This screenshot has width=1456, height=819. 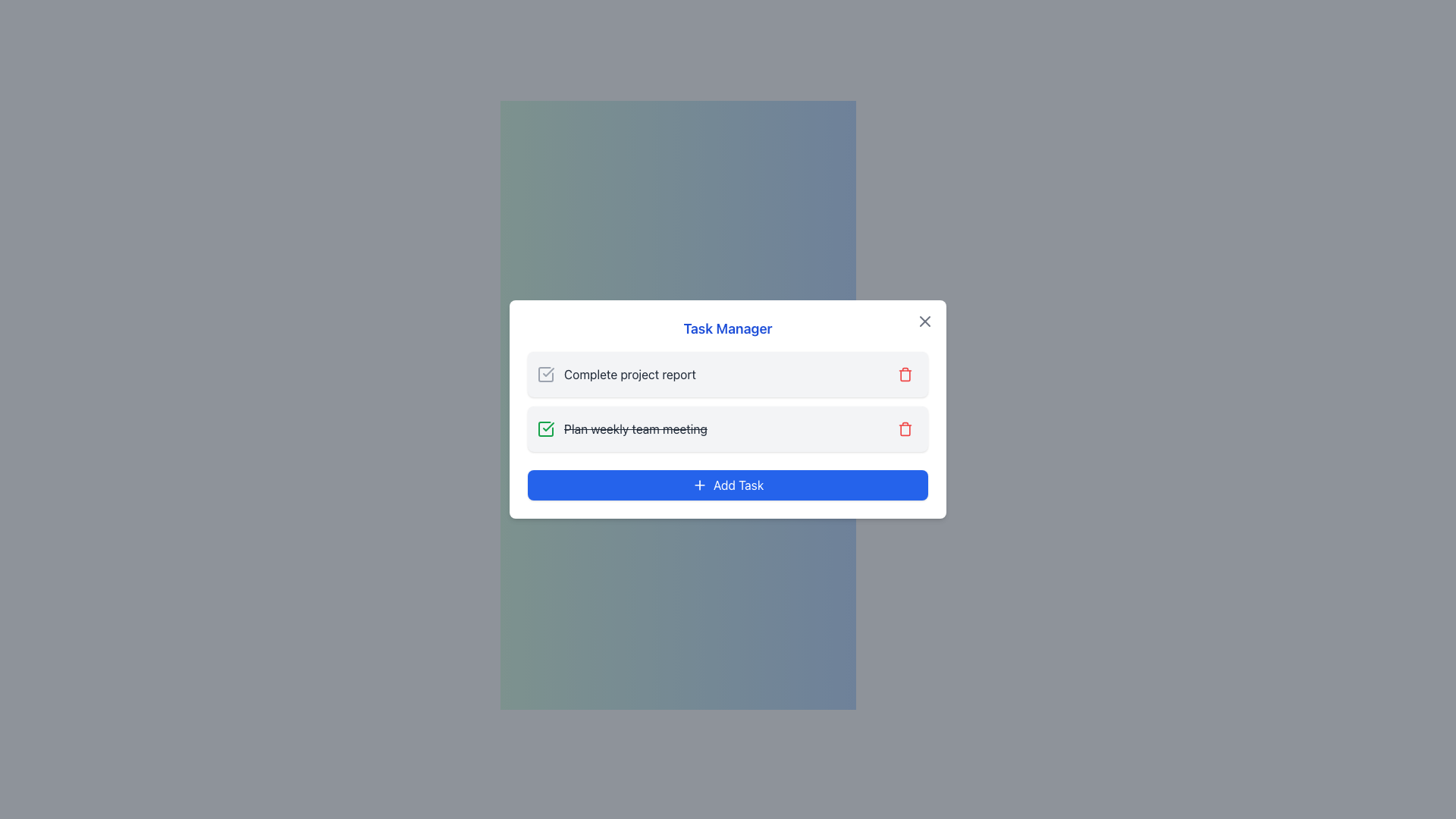 I want to click on the completed task label in the task manager application, which is the second task in the list and has a strike-through effect indicating completion, so click(x=622, y=429).